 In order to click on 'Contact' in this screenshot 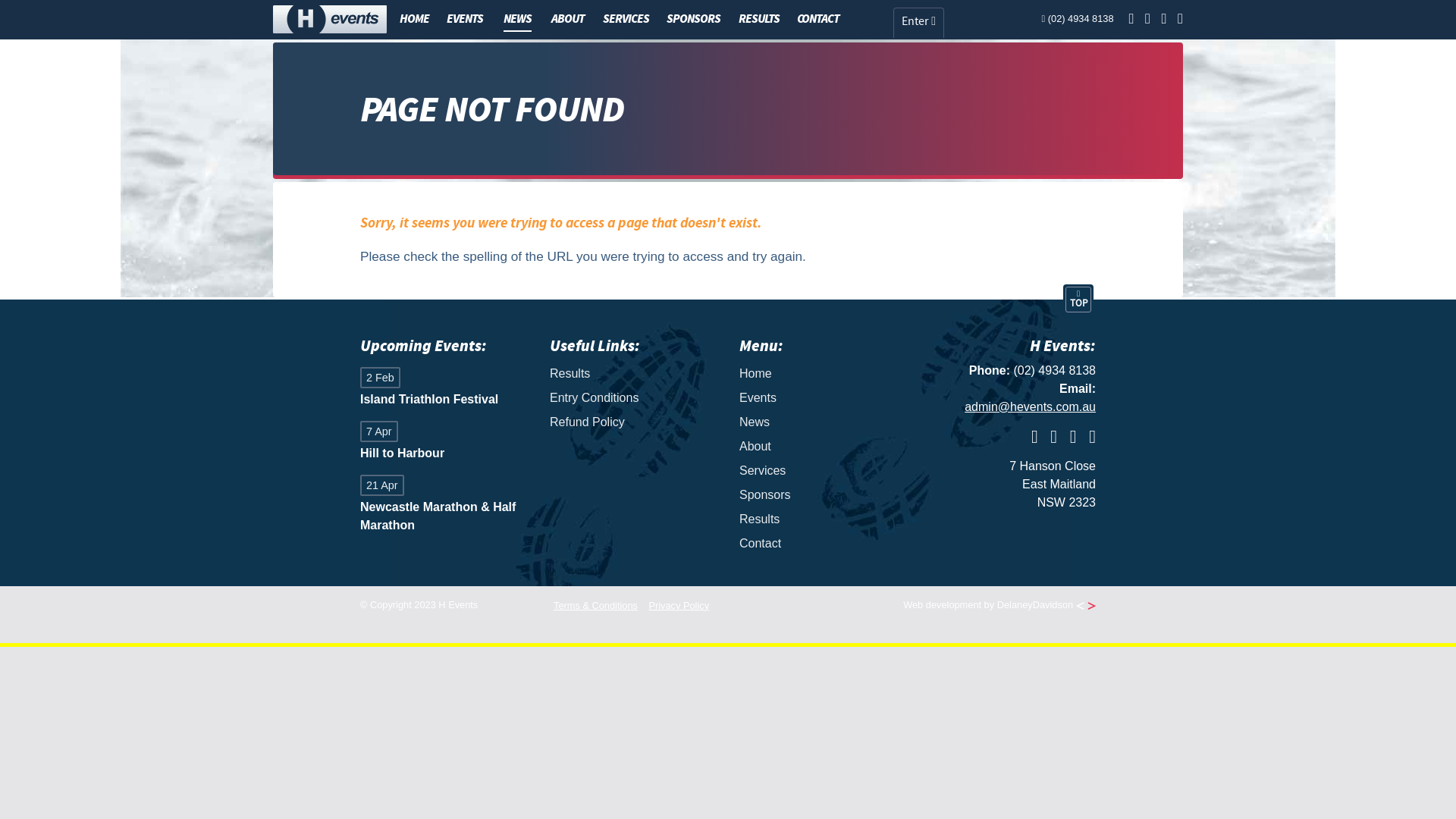, I will do `click(739, 543)`.